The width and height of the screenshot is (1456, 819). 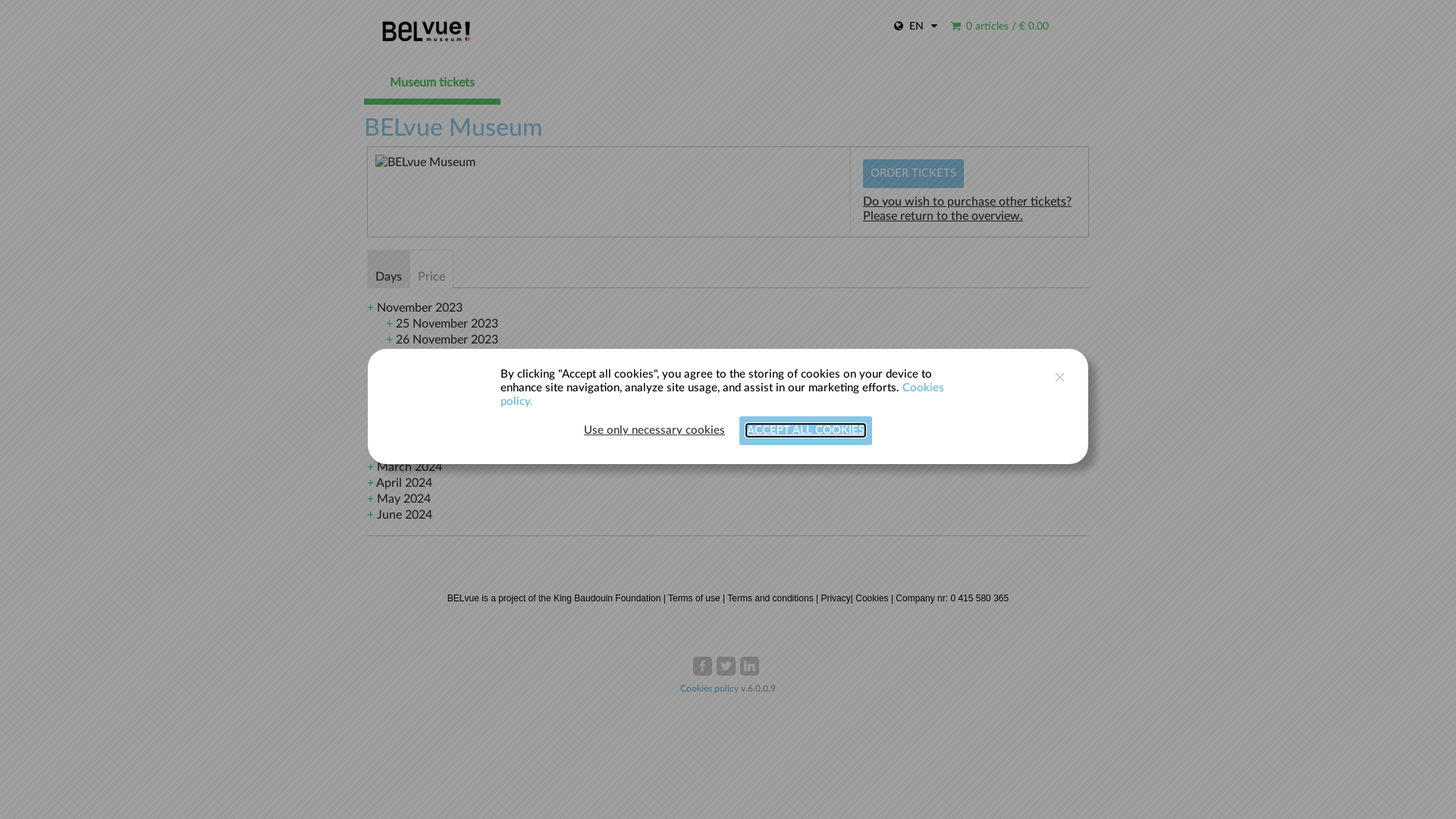 I want to click on '28 November 2023', so click(x=446, y=371).